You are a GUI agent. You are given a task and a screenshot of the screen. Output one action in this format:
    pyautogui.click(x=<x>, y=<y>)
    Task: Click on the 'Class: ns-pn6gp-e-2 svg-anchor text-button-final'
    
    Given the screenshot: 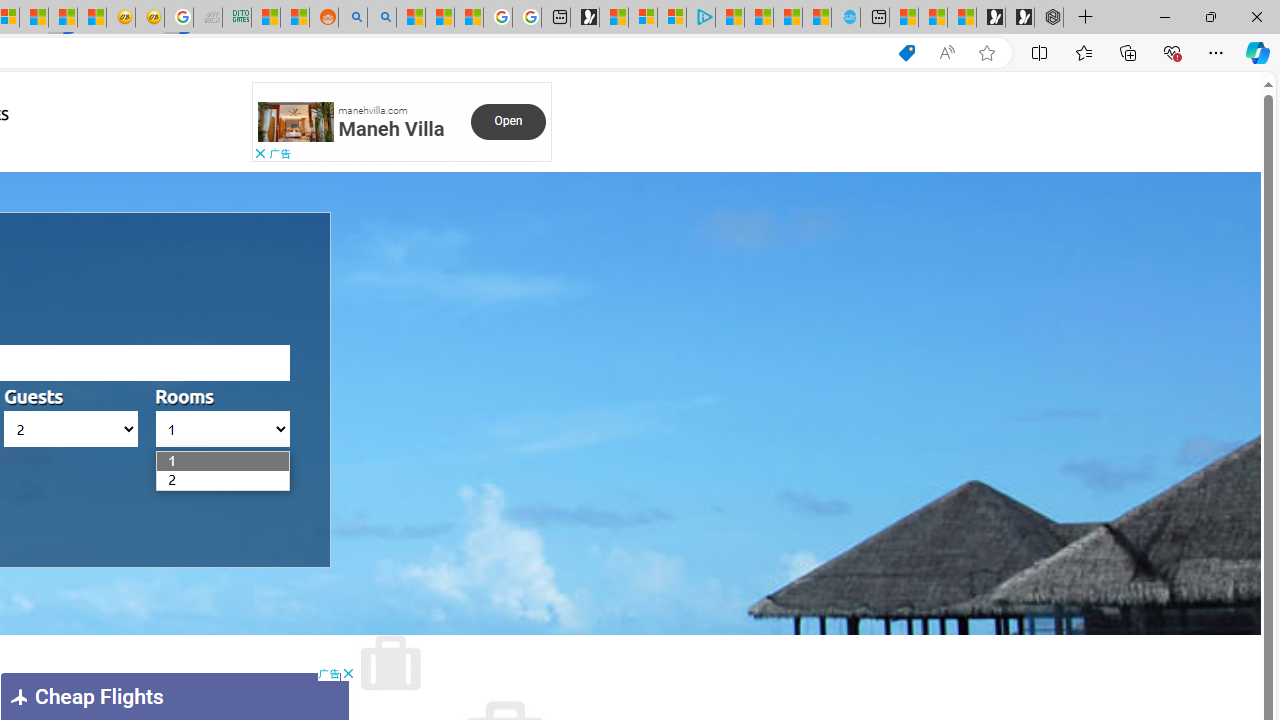 What is the action you would take?
    pyautogui.click(x=508, y=121)
    